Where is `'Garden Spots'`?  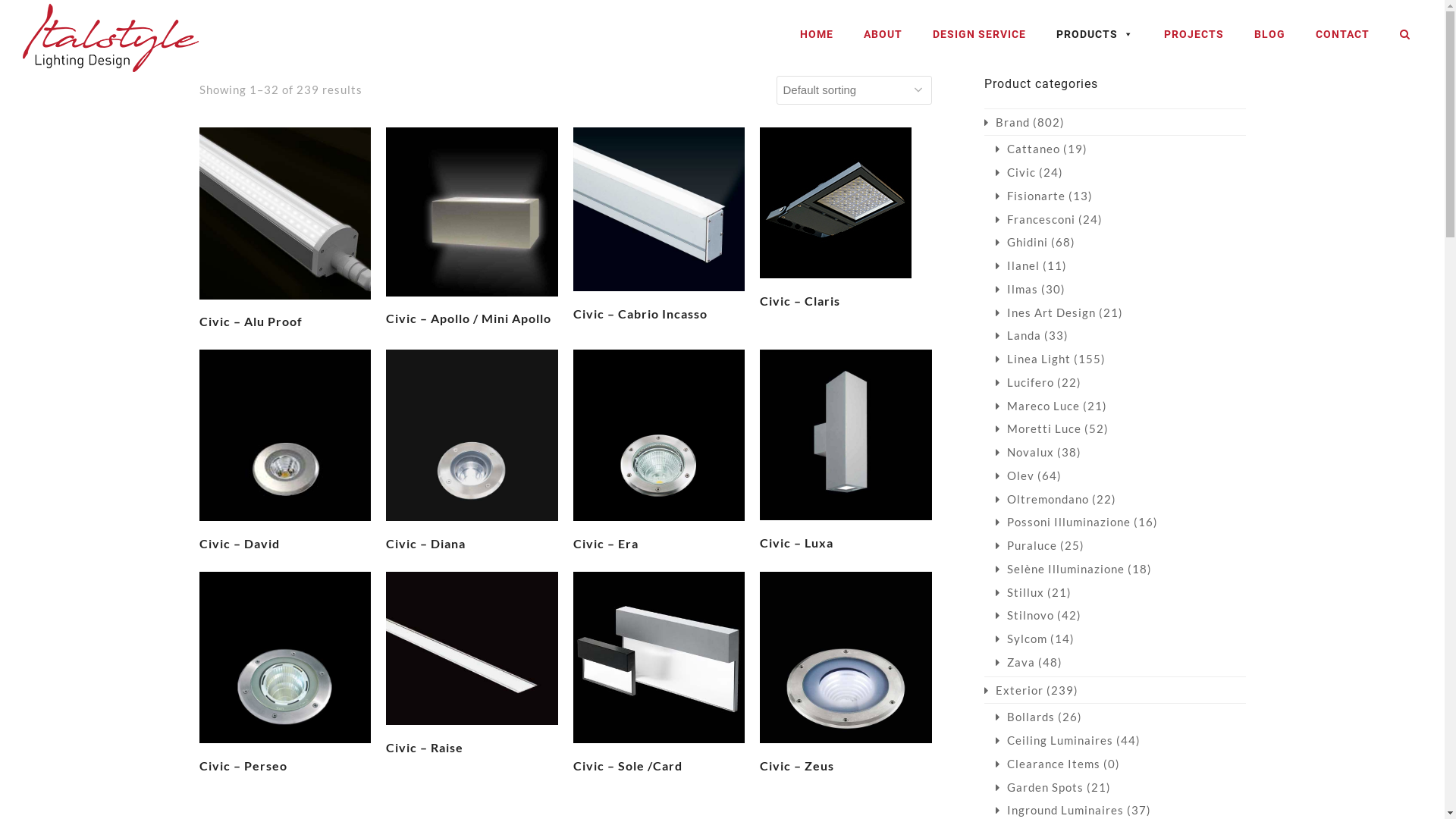
'Garden Spots' is located at coordinates (1037, 786).